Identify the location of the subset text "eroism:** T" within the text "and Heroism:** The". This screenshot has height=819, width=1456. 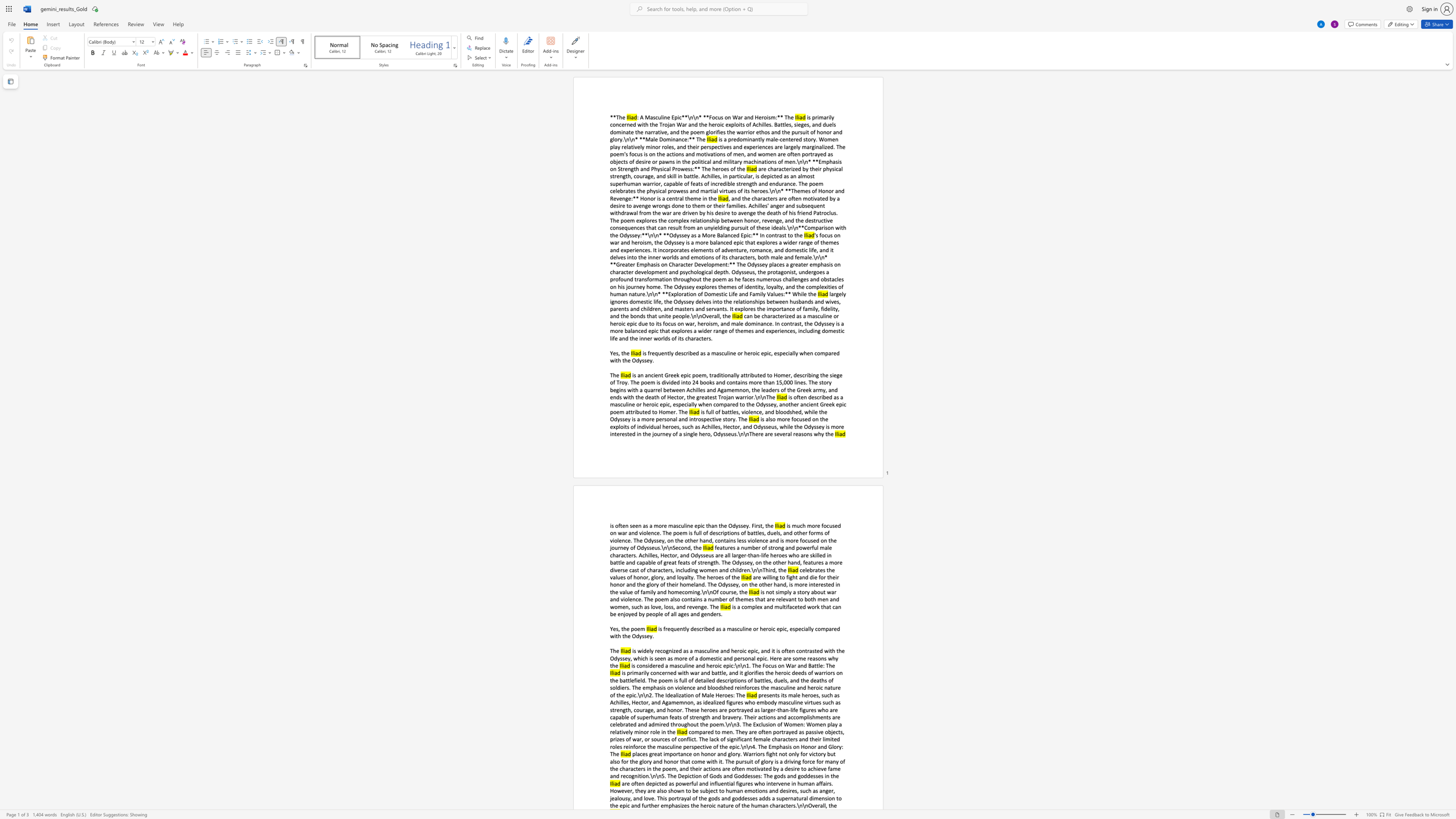
(759, 117).